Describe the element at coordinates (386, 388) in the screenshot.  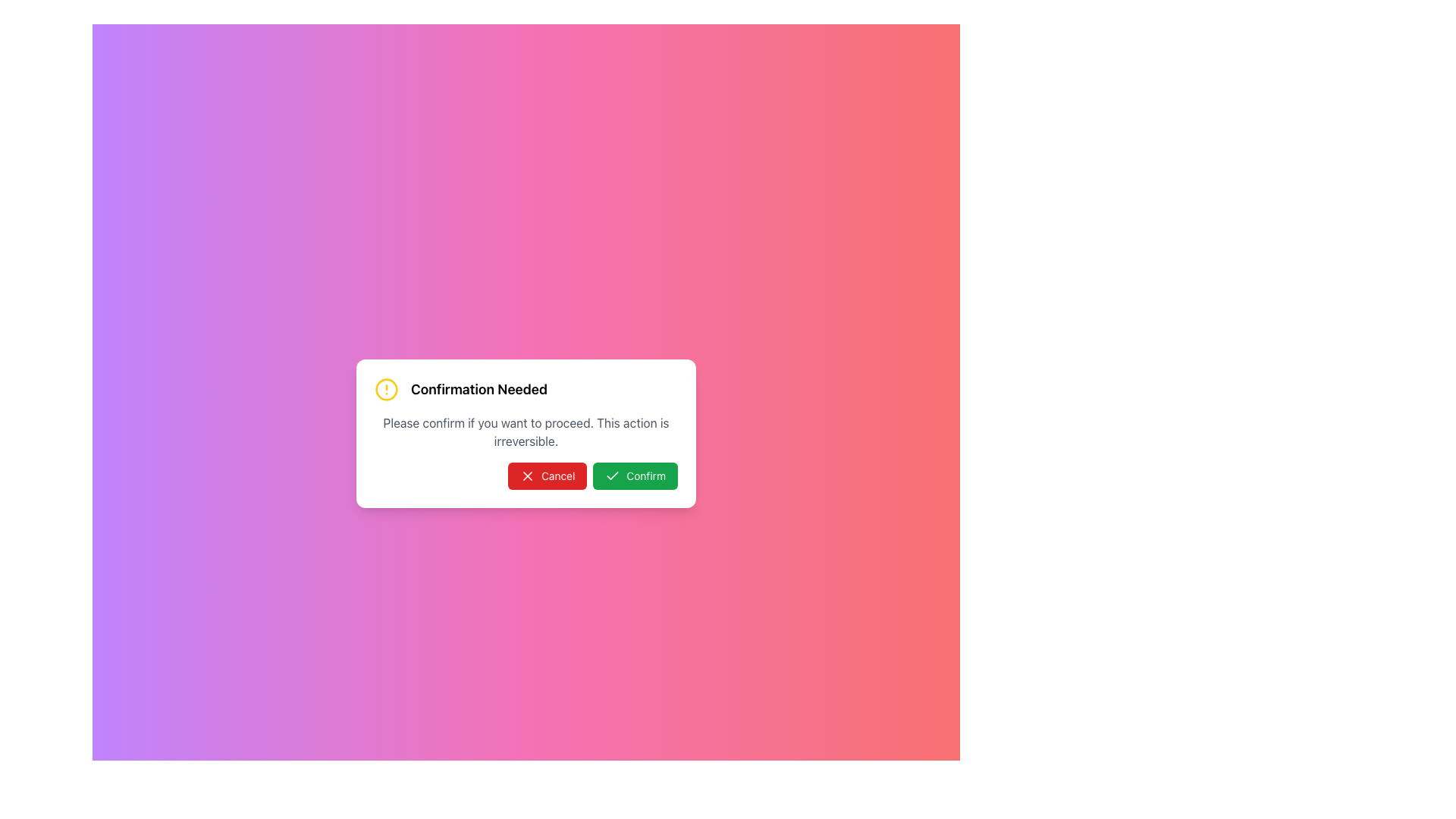
I see `the warning or alert icon located to the left of the text 'Confirmation Needed' at the center top of the overlay modal` at that location.